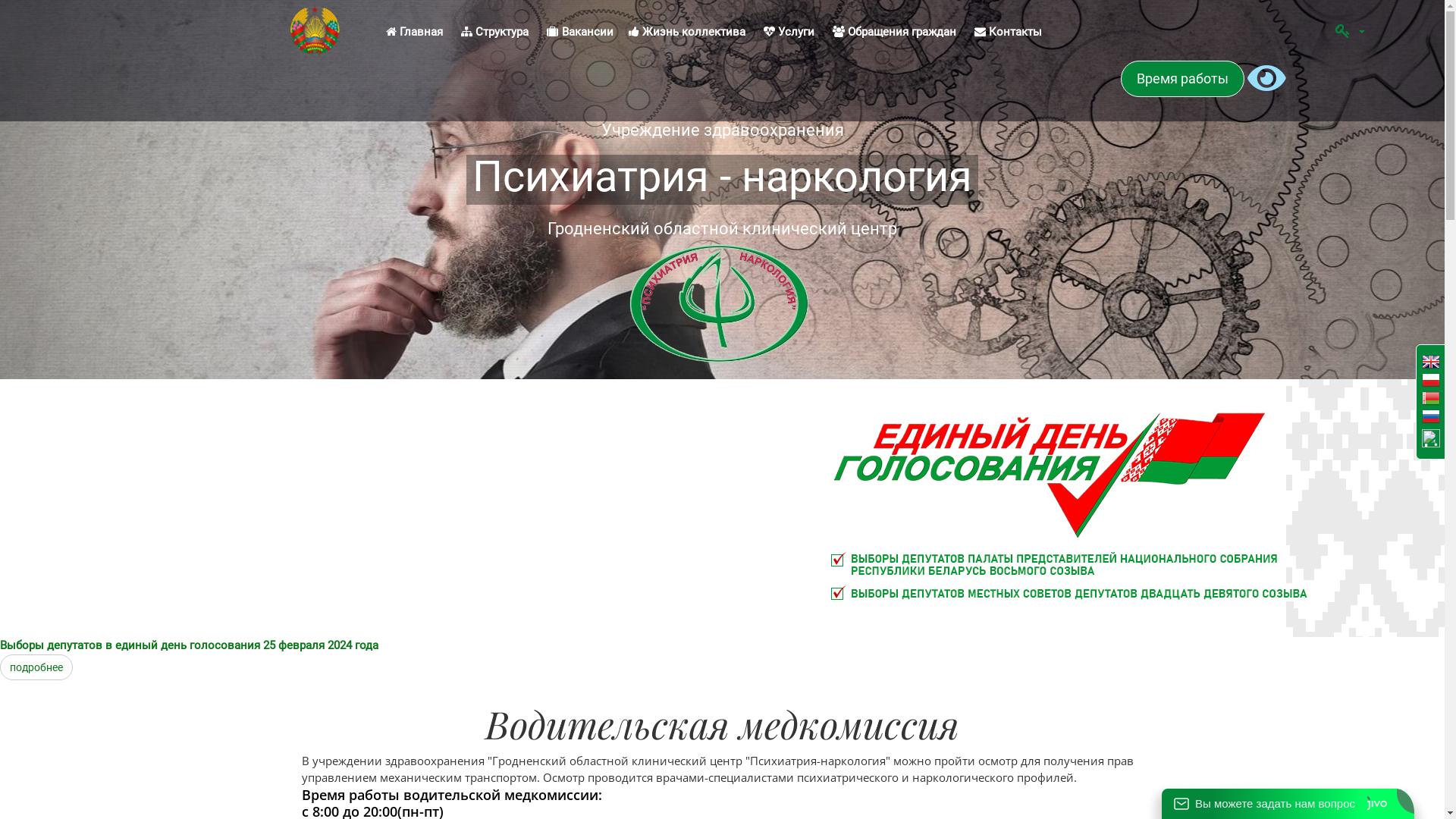  What do you see at coordinates (1429, 363) in the screenshot?
I see `'English'` at bounding box center [1429, 363].